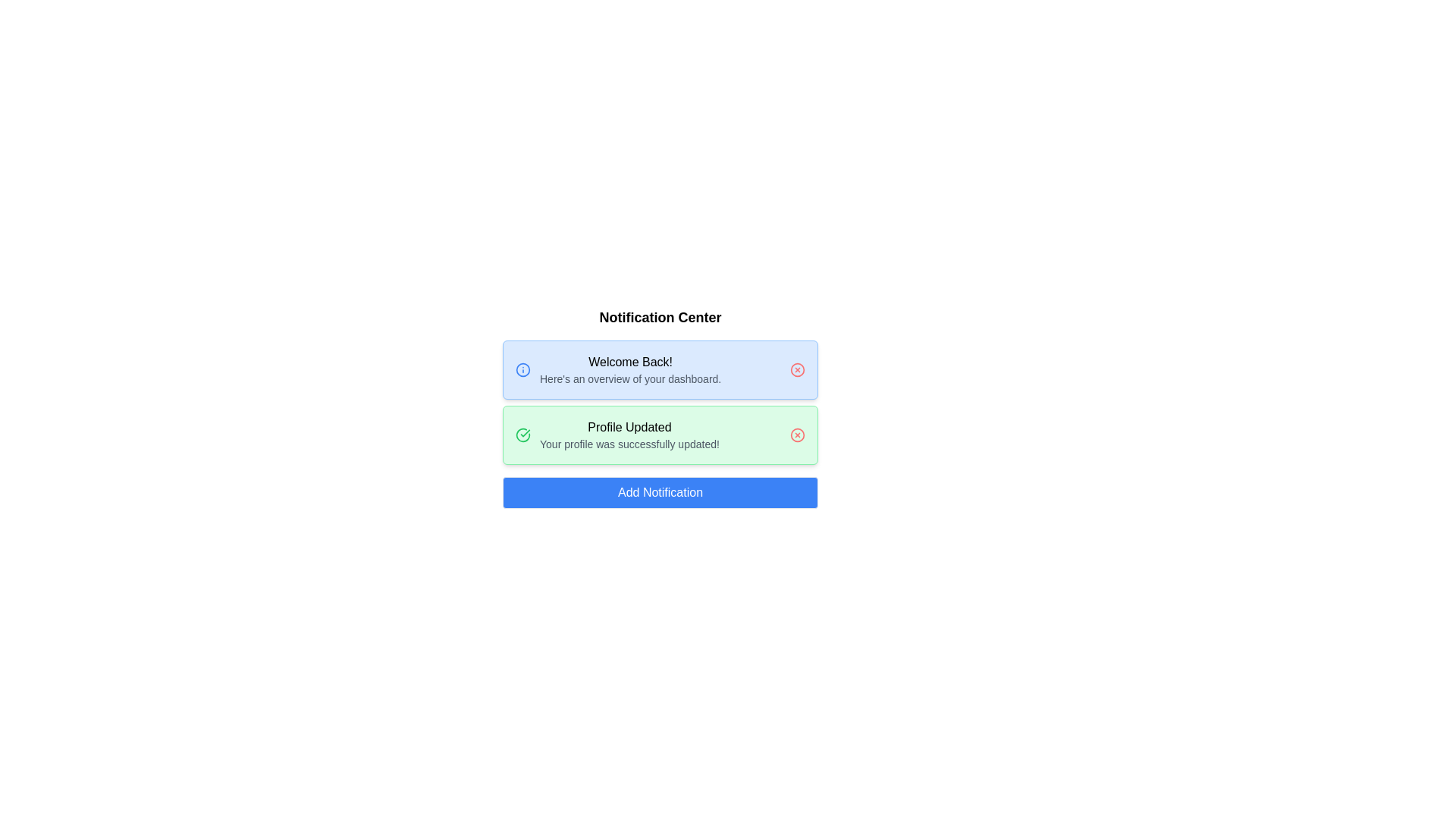 Image resolution: width=1456 pixels, height=819 pixels. Describe the element at coordinates (796, 435) in the screenshot. I see `the circular border icon indicating a cancel or remove action, located at the right side of the 'Profile Updated' notification card` at that location.